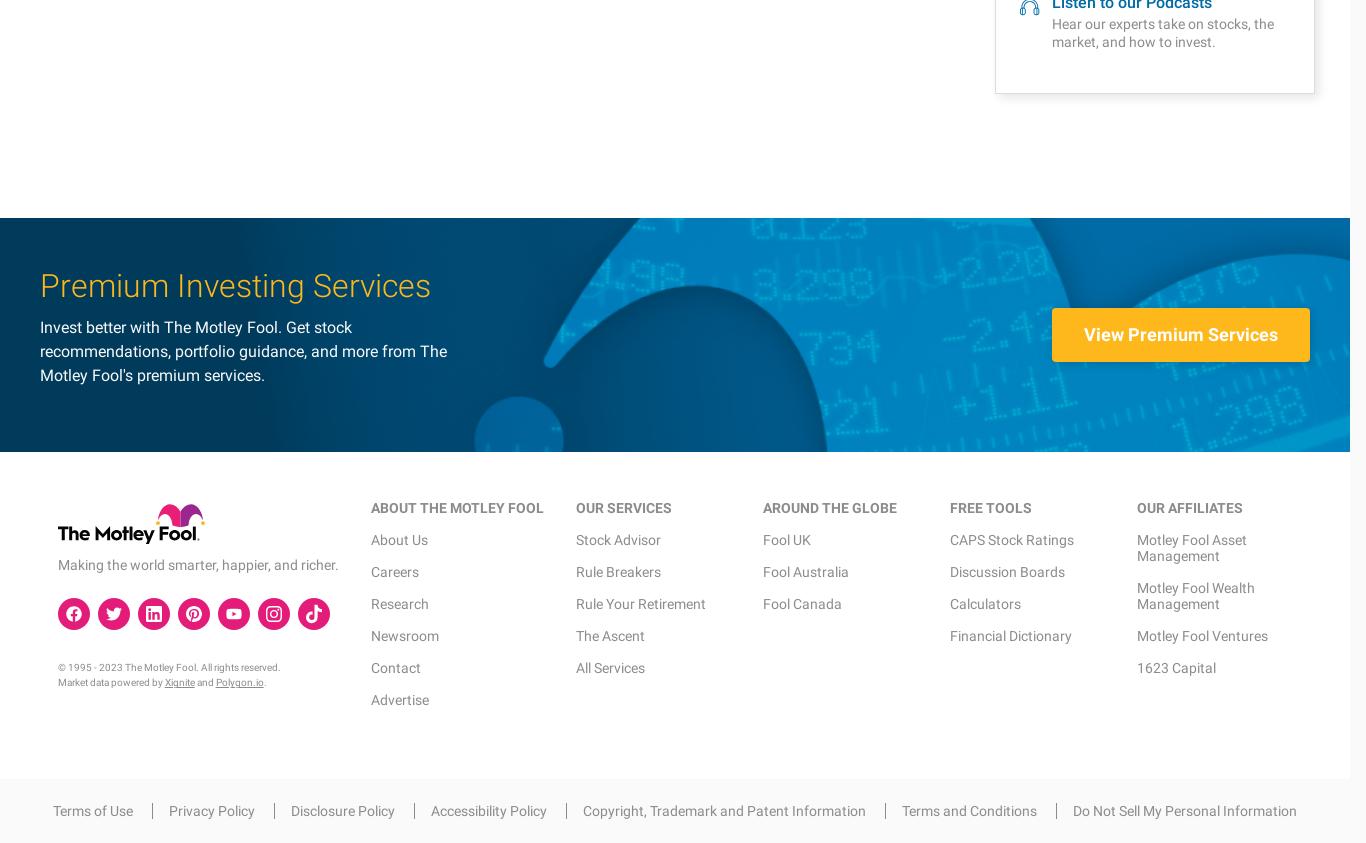 This screenshot has width=1366, height=843. Describe the element at coordinates (1185, 354) in the screenshot. I see `'Do Not Sell My Personal Information'` at that location.